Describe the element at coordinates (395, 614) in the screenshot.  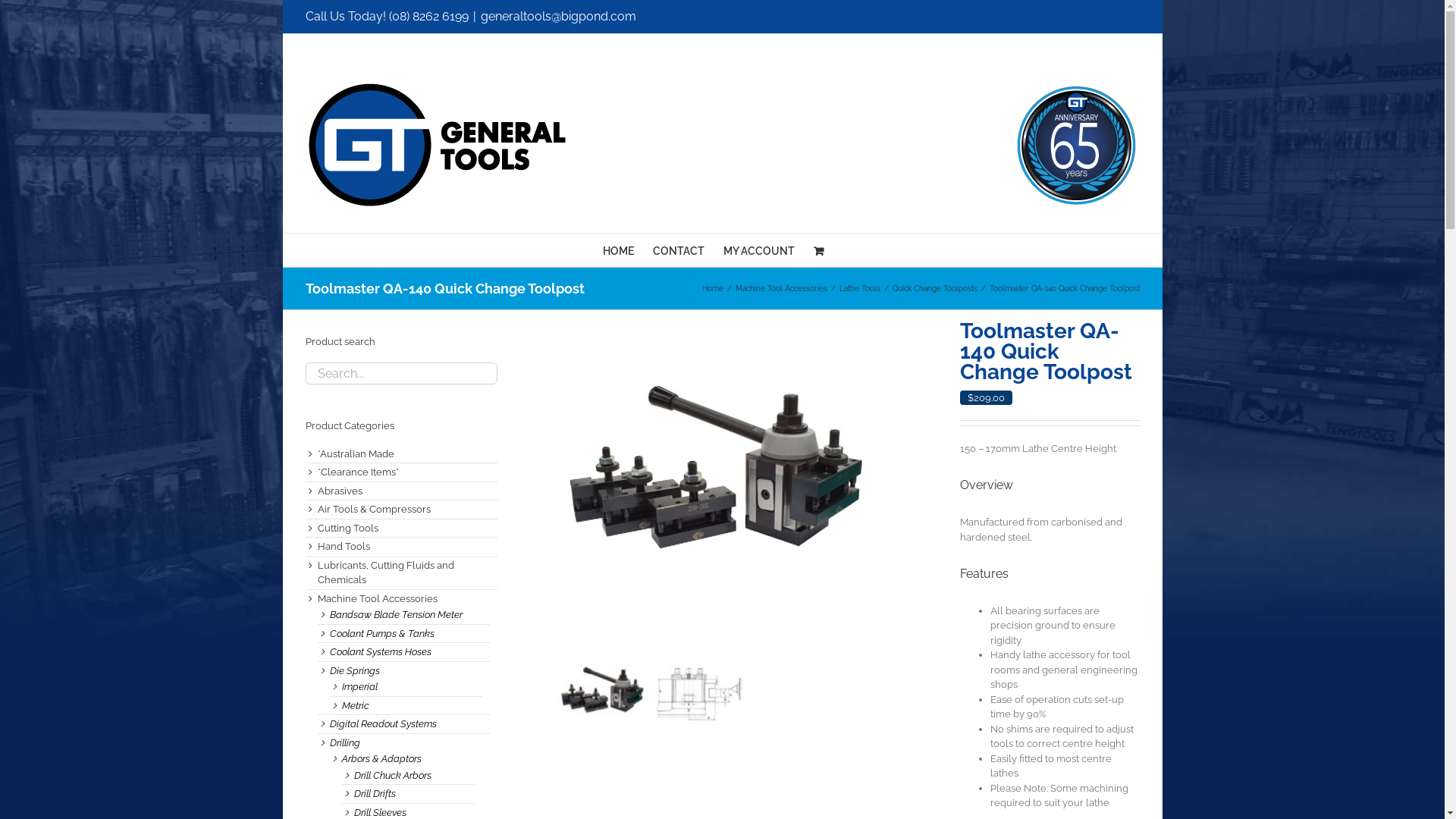
I see `'Bandsaw Blade Tension Meter'` at that location.